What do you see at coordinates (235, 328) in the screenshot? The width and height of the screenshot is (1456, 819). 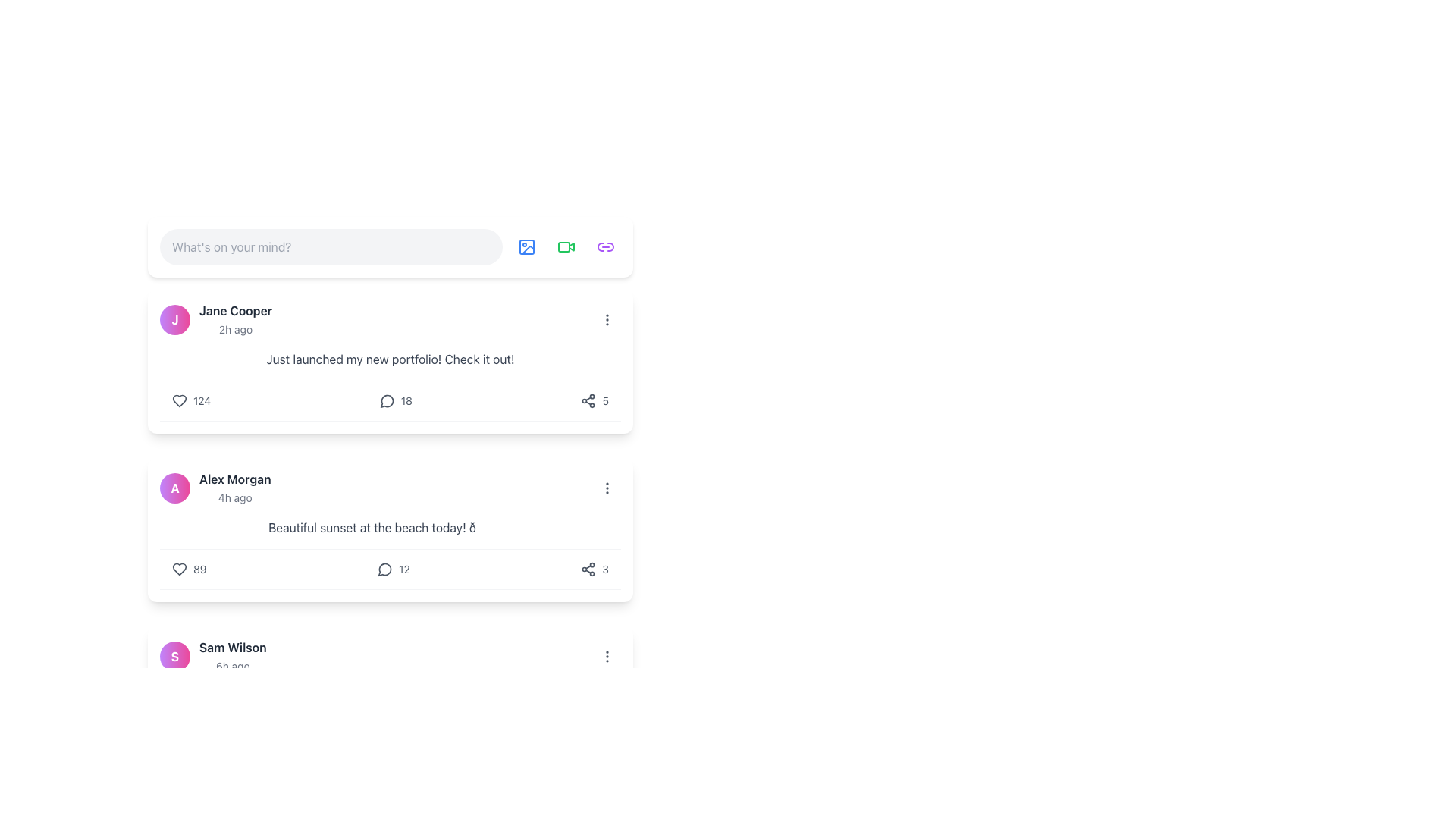 I see `timestamp displayed to the right of 'Jane Cooper' in the user activity card, which shows the elapsed time since the user activity occurred` at bounding box center [235, 328].